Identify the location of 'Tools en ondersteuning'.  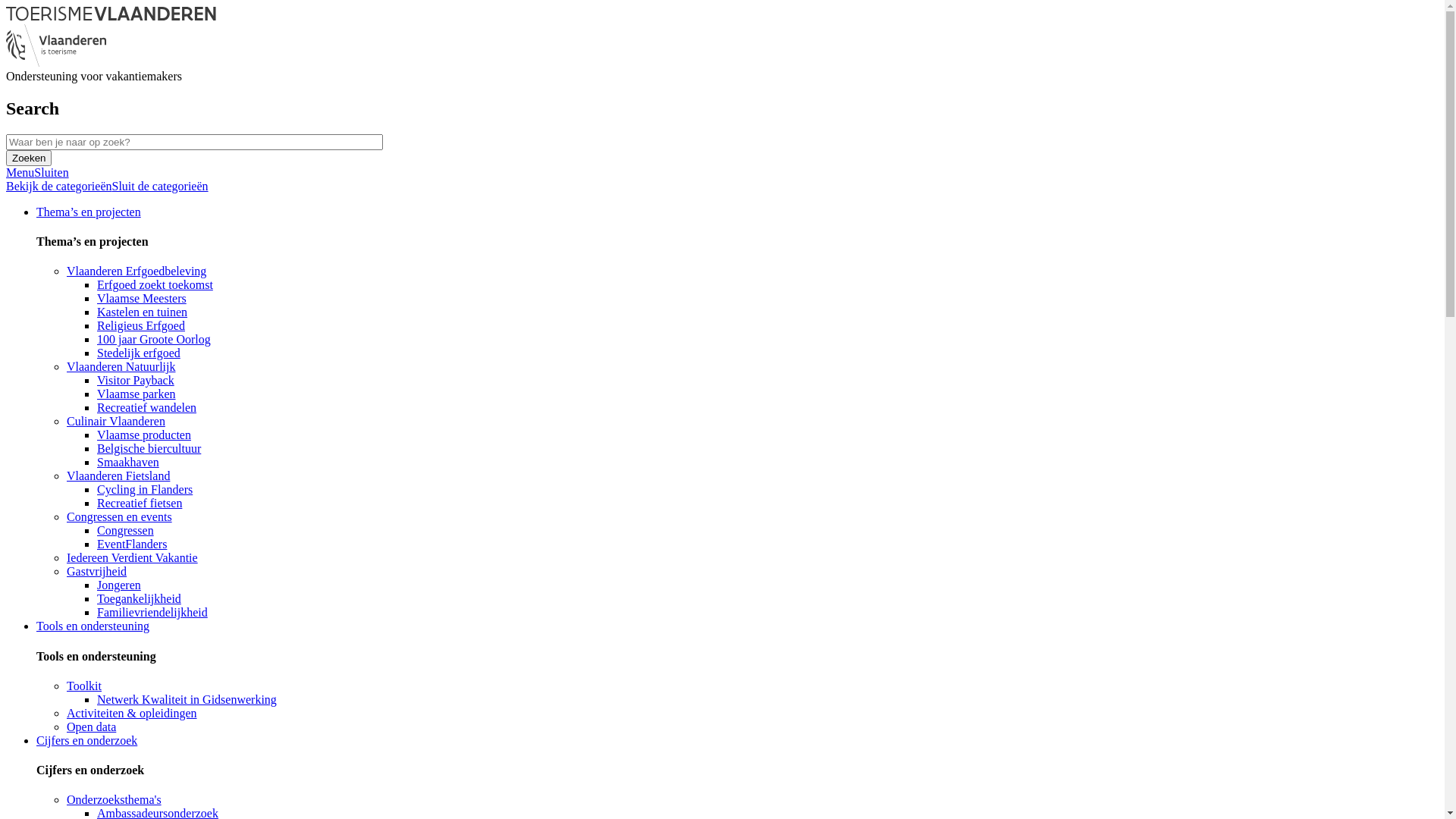
(92, 626).